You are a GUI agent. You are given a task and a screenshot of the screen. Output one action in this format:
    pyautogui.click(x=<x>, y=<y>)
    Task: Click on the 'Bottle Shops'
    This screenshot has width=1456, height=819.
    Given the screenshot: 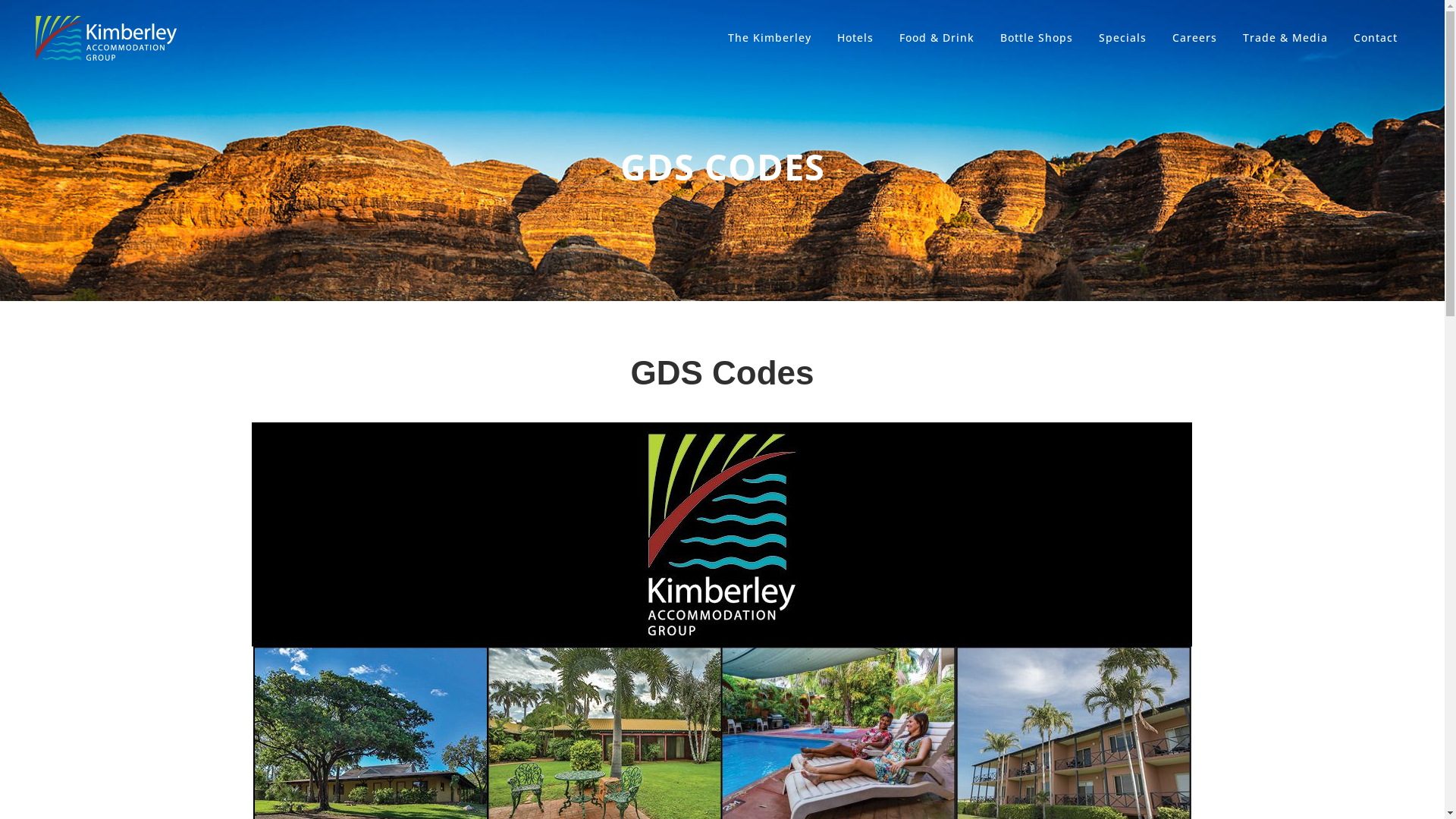 What is the action you would take?
    pyautogui.click(x=1036, y=37)
    